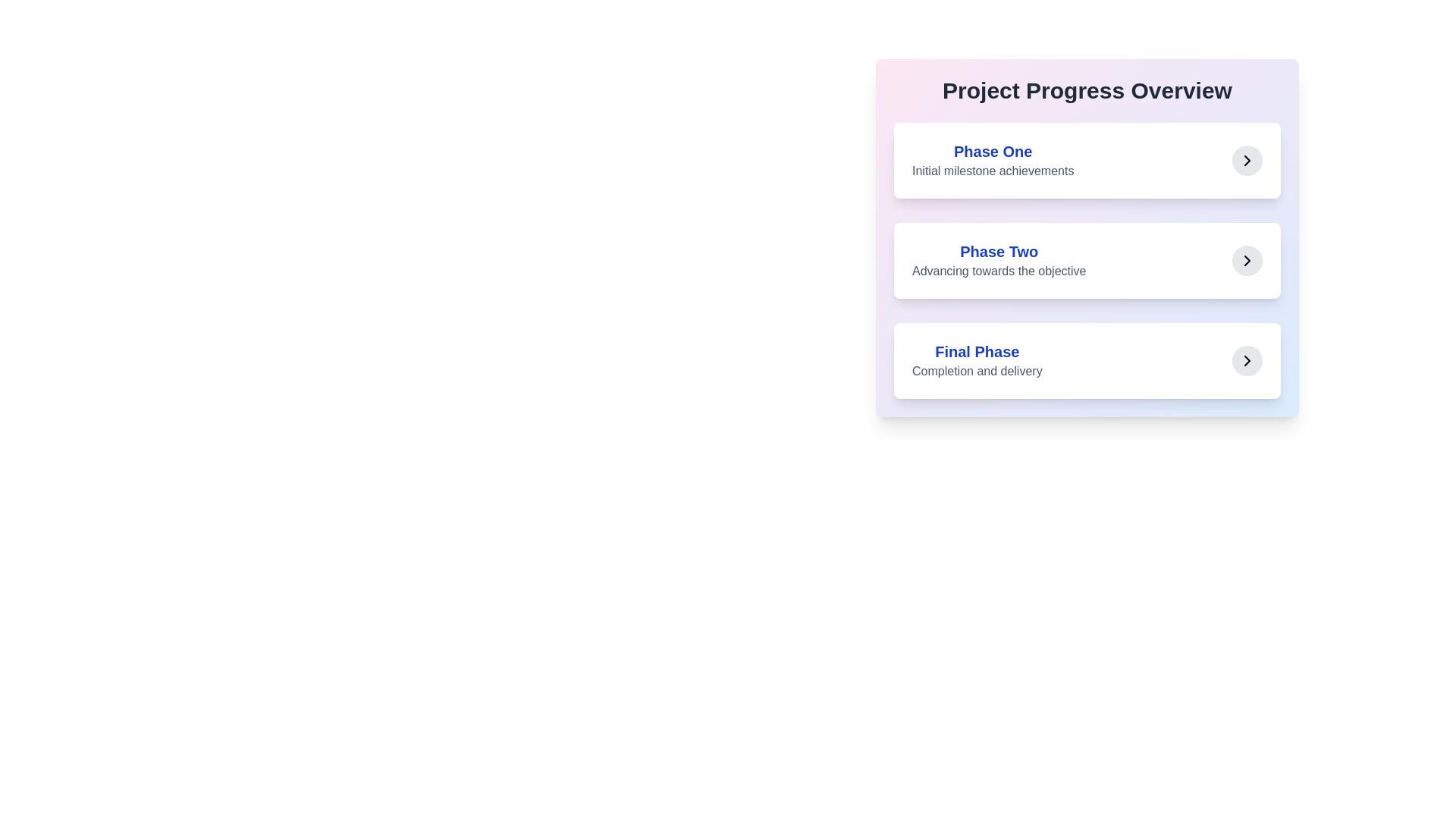  What do you see at coordinates (977, 360) in the screenshot?
I see `text of the 'Final Phase' label, which displays the title in bold blue and the subtitle in smaller gray text, located at the bottom of the 'Project Progress Overview' list` at bounding box center [977, 360].